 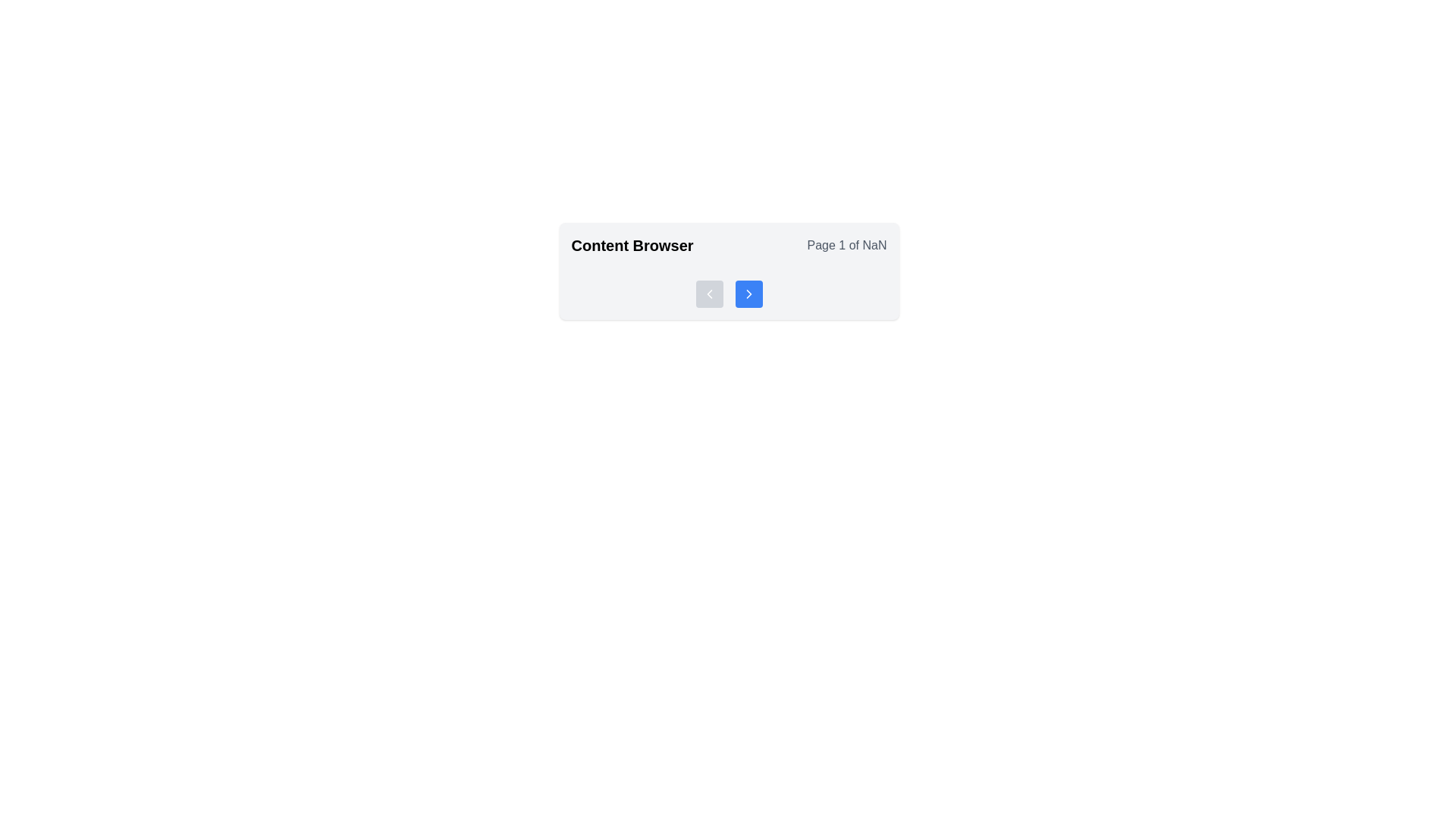 What do you see at coordinates (632, 245) in the screenshot?
I see `text content of the Text Label that serves as a header or title for the current section, located in the upper central portion of the layout` at bounding box center [632, 245].